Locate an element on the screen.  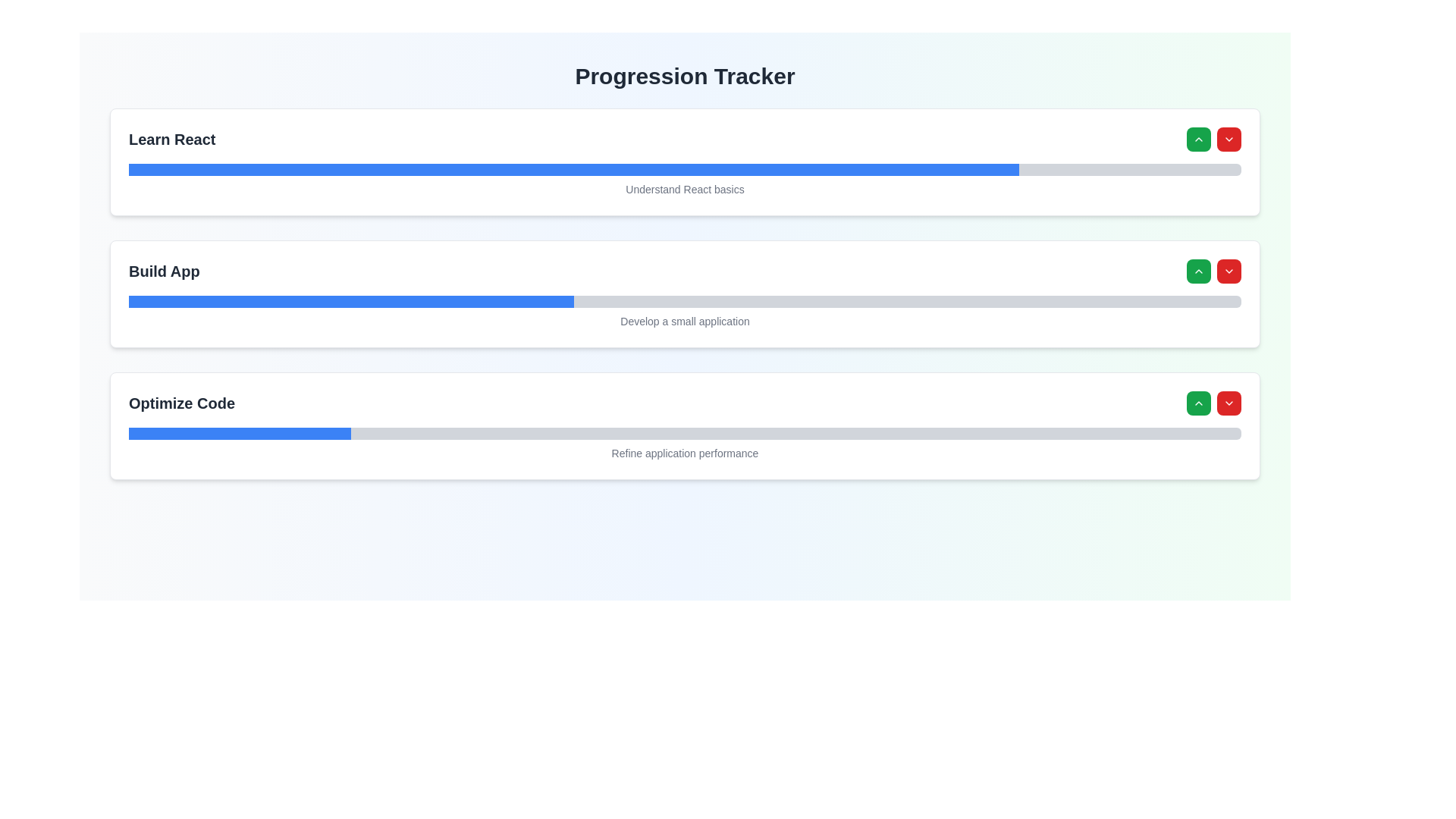
the green button located in the 'Learn React' section, positioned in the top-right corner next to a blue progress bar is located at coordinates (1214, 140).